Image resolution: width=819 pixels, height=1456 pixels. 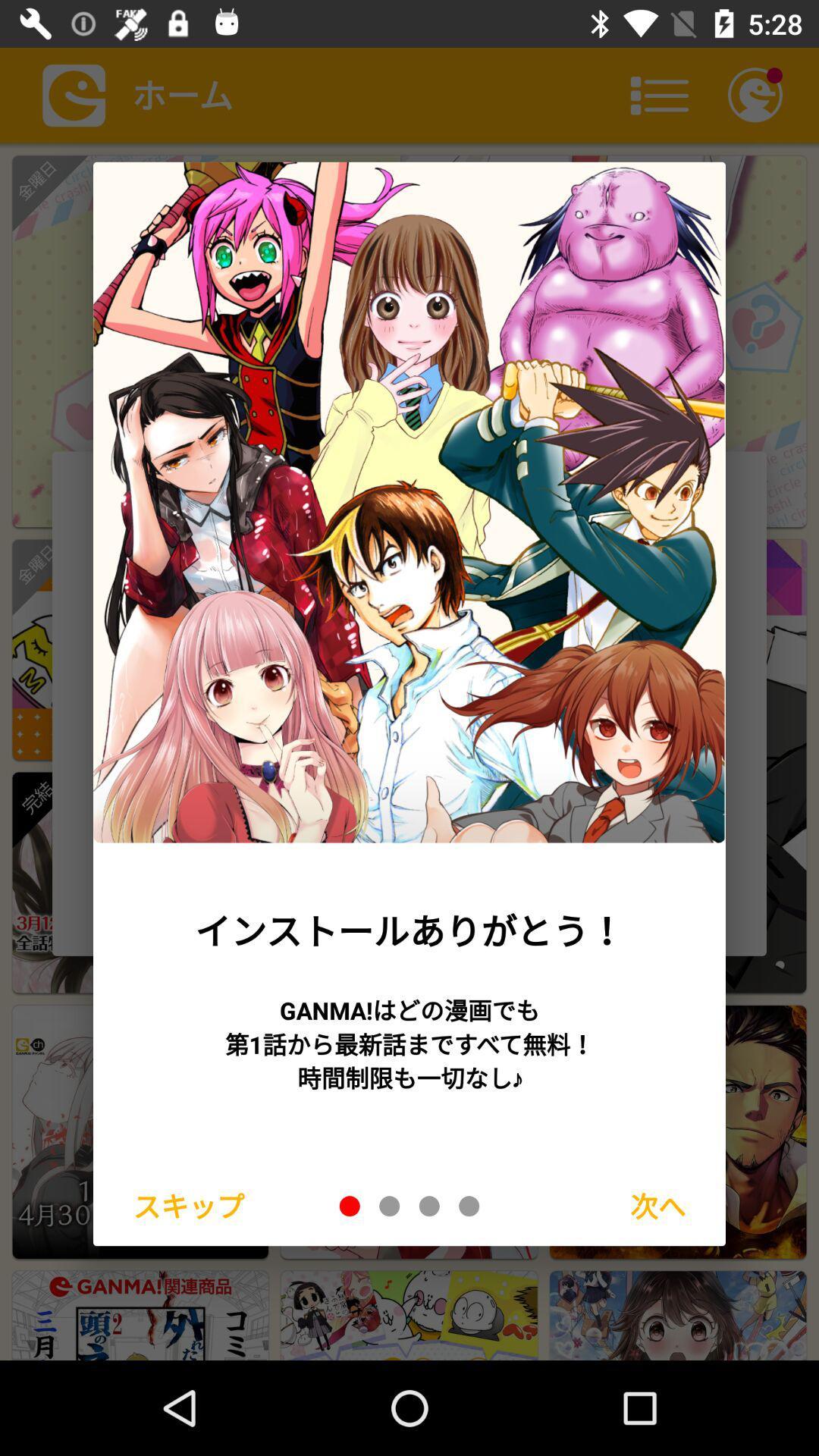 I want to click on fourth slide, so click(x=468, y=1205).